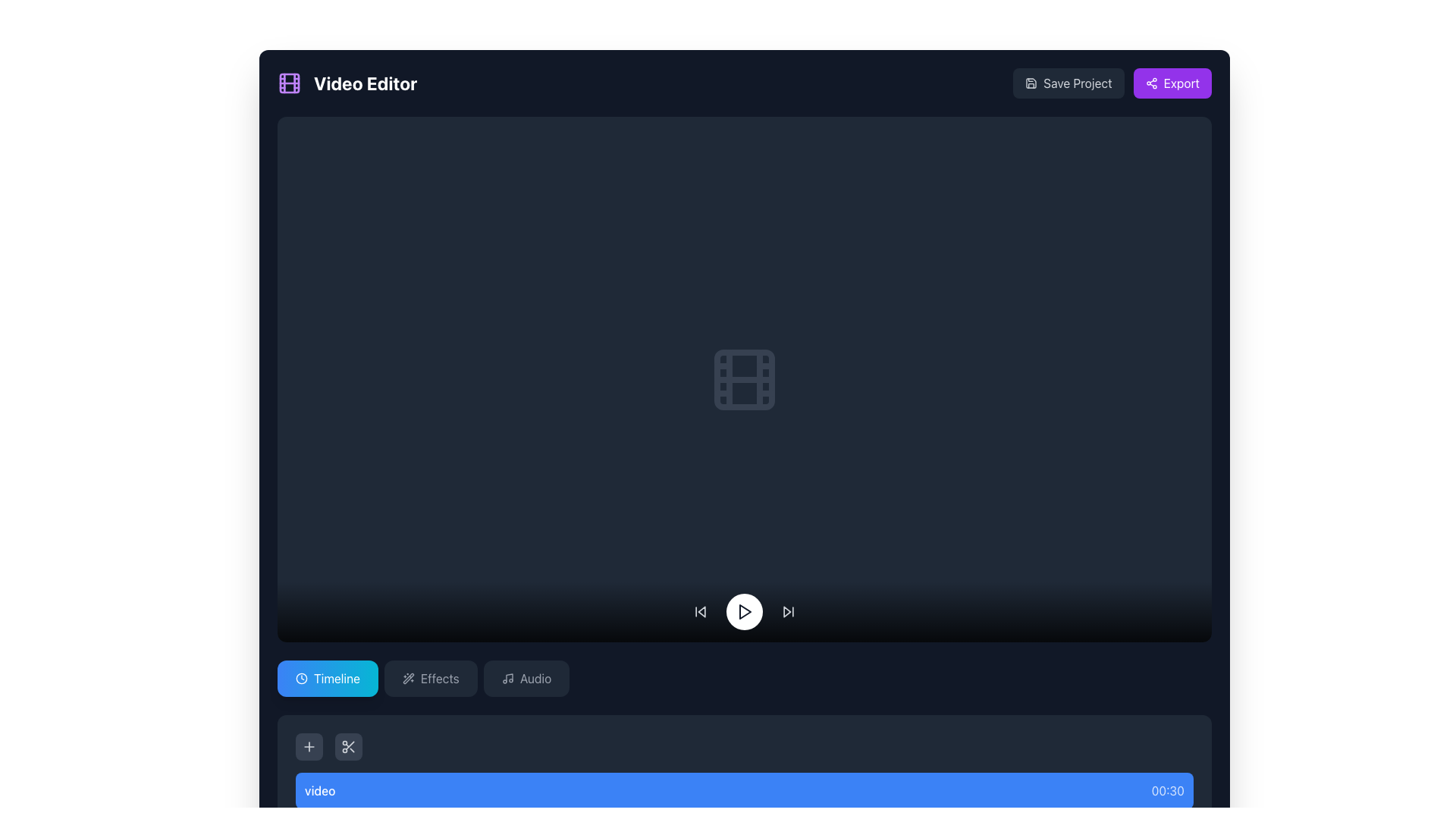 This screenshot has width=1456, height=819. Describe the element at coordinates (1031, 83) in the screenshot. I see `the save icon located within the 'Save Project' button at the top-right section of the interface` at that location.